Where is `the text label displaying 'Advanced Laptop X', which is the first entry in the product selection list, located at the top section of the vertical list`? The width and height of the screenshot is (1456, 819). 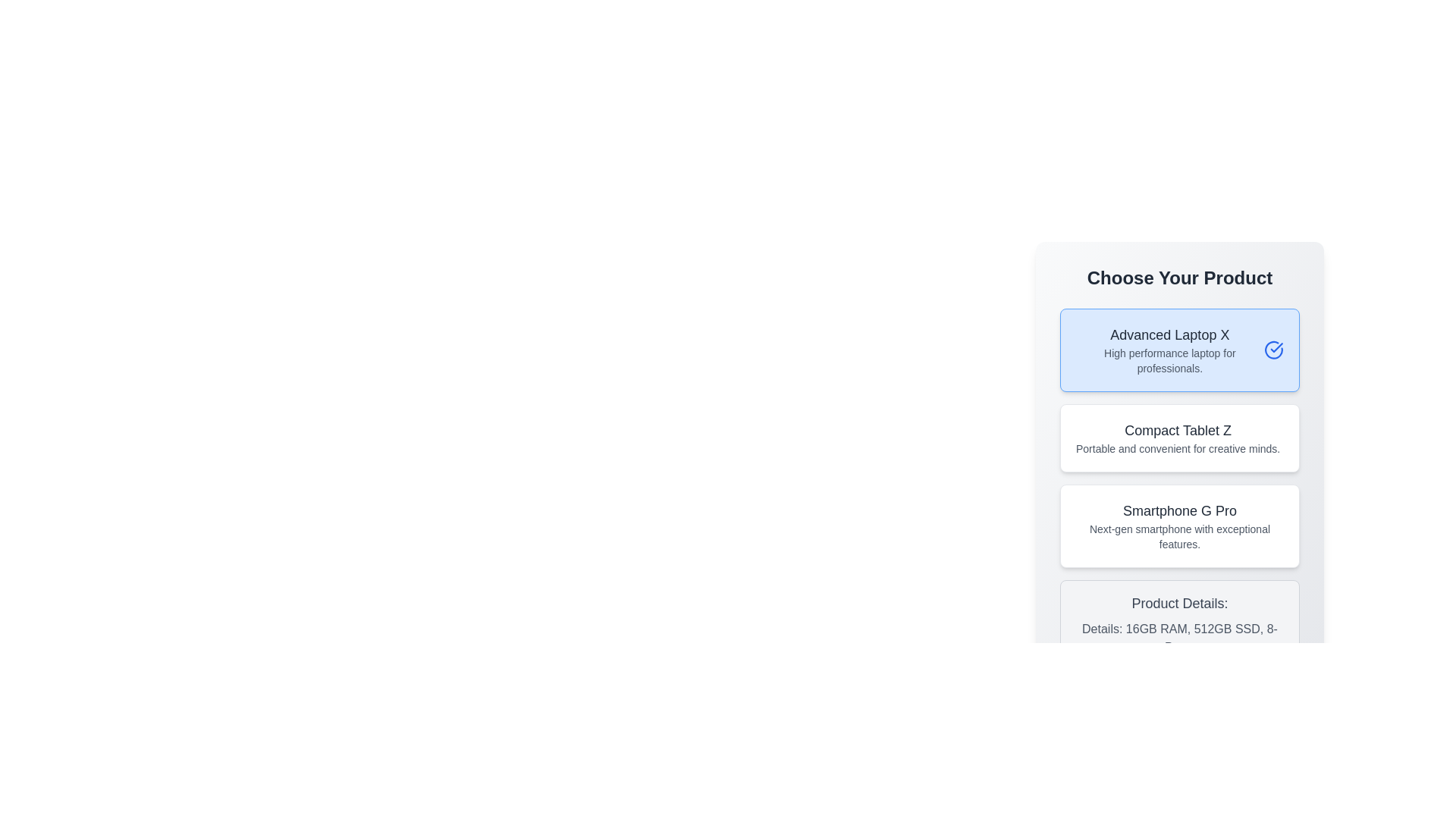
the text label displaying 'Advanced Laptop X', which is the first entry in the product selection list, located at the top section of the vertical list is located at coordinates (1169, 334).